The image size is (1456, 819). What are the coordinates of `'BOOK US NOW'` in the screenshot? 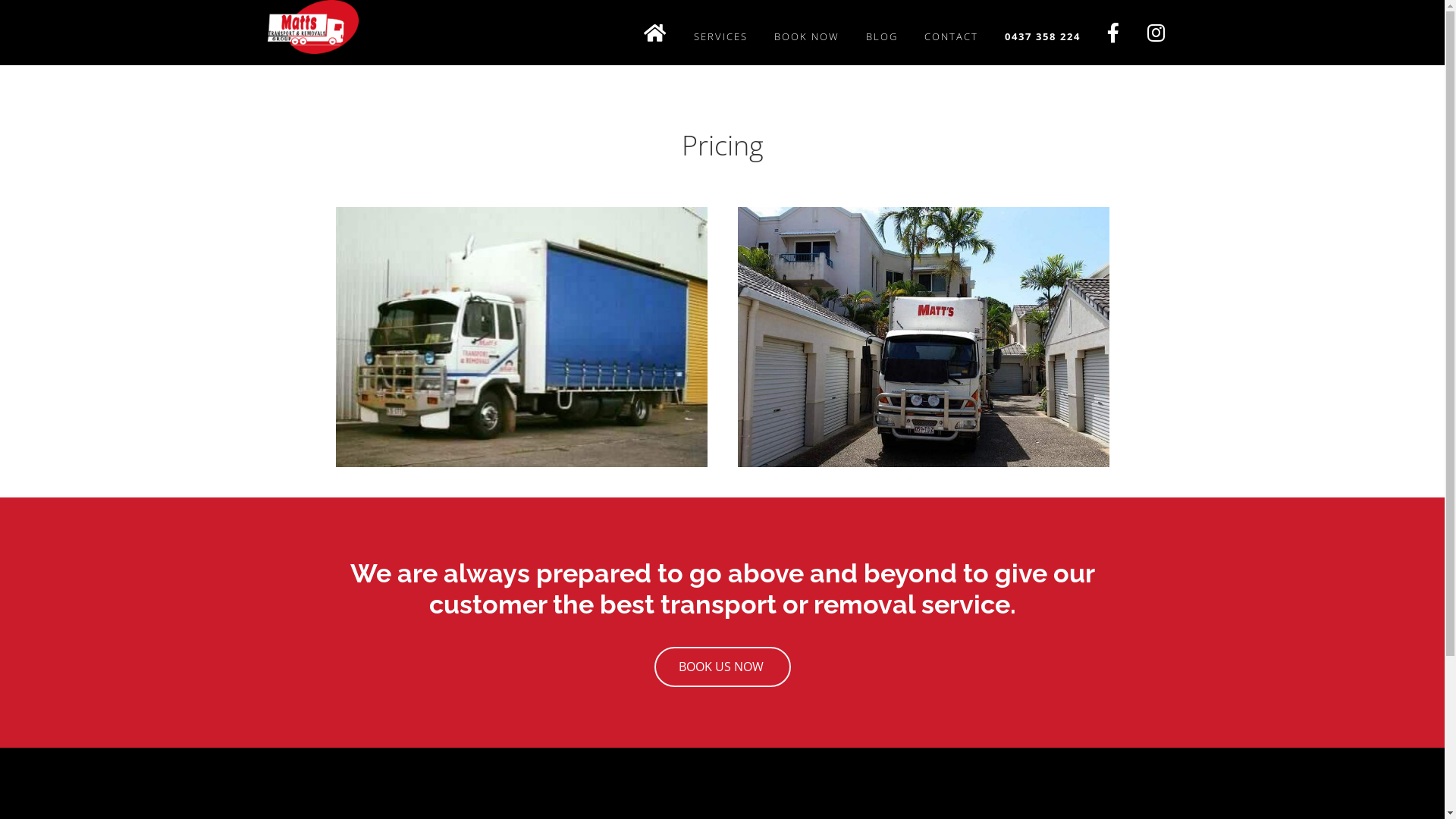 It's located at (720, 666).